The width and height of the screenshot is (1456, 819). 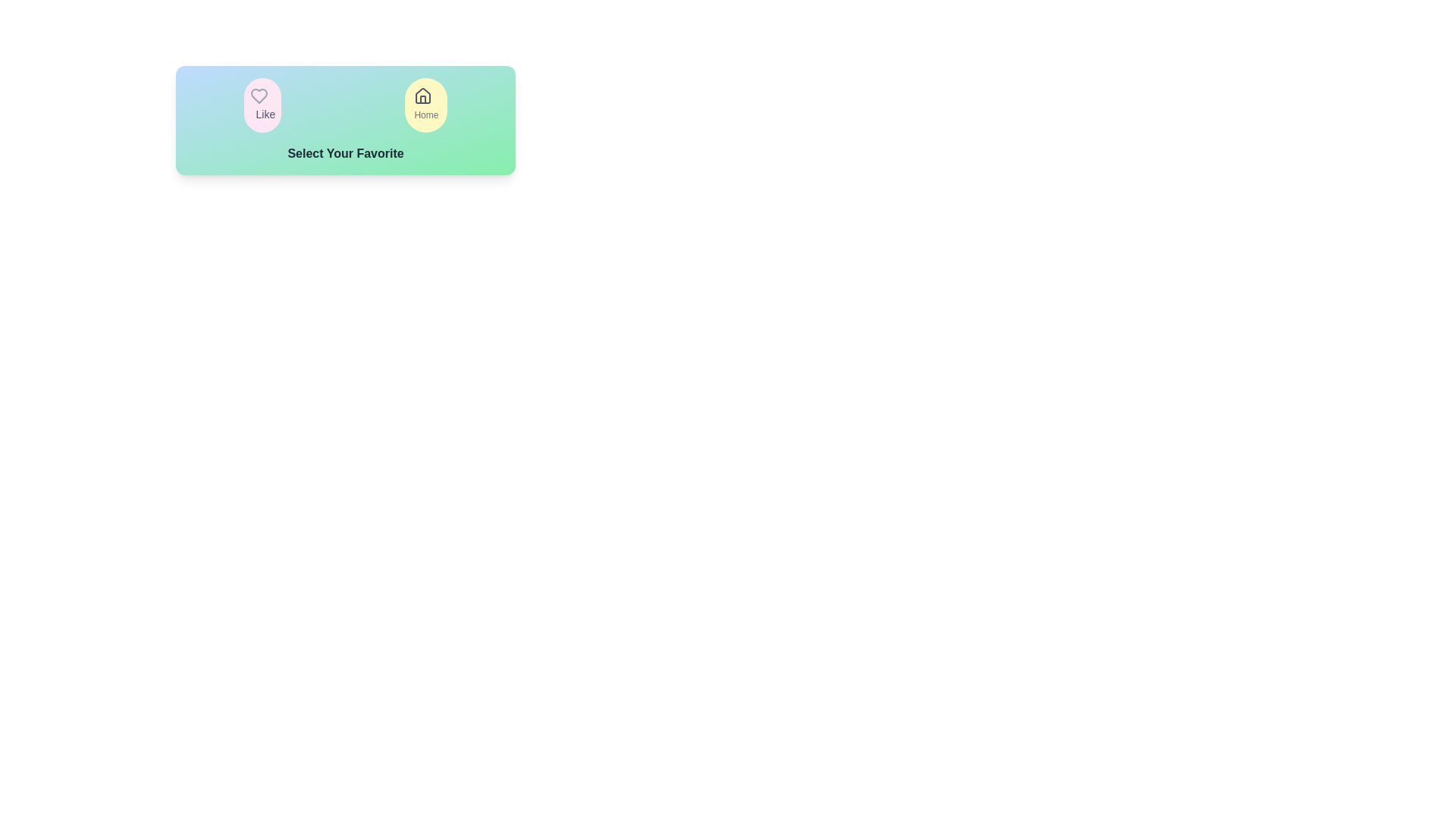 I want to click on the text label that describes the purpose of the 'Home' button, which is located underneath the house-shaped icon on the right side of the interface, so click(x=425, y=114).